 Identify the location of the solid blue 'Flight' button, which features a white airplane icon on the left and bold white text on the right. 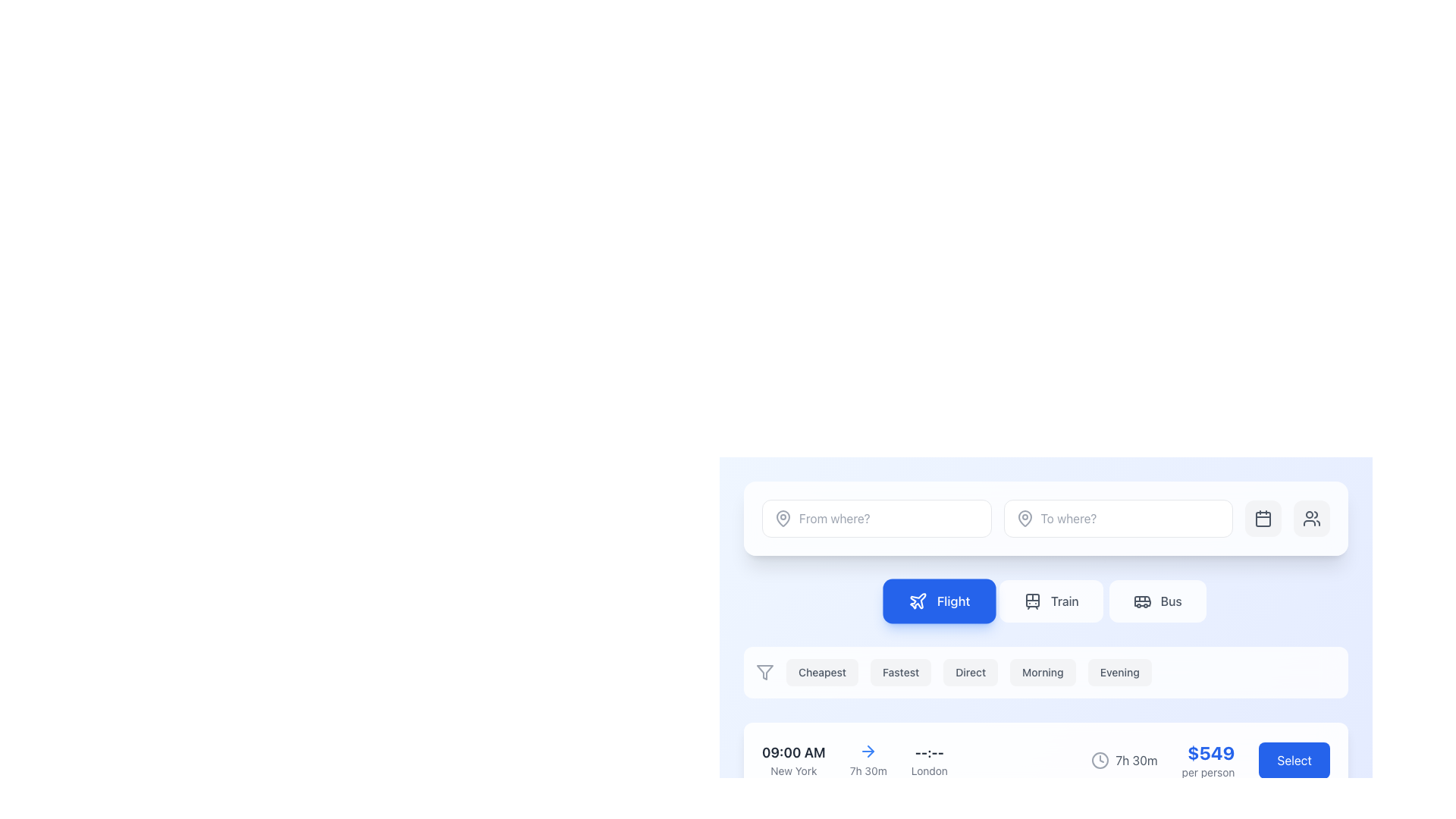
(938, 601).